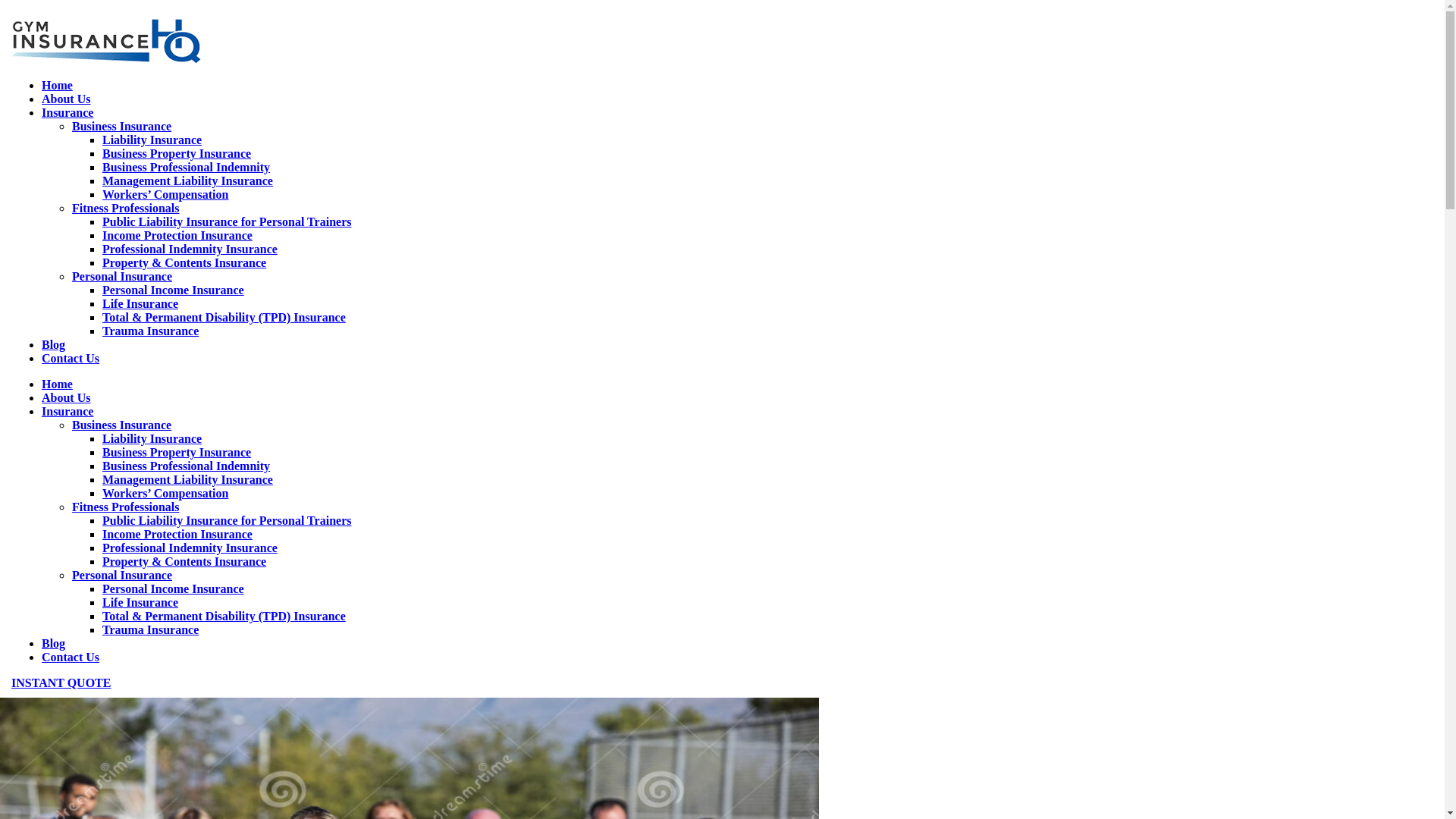 The height and width of the screenshot is (819, 1456). What do you see at coordinates (11, 682) in the screenshot?
I see `'INSTANT QUOTE'` at bounding box center [11, 682].